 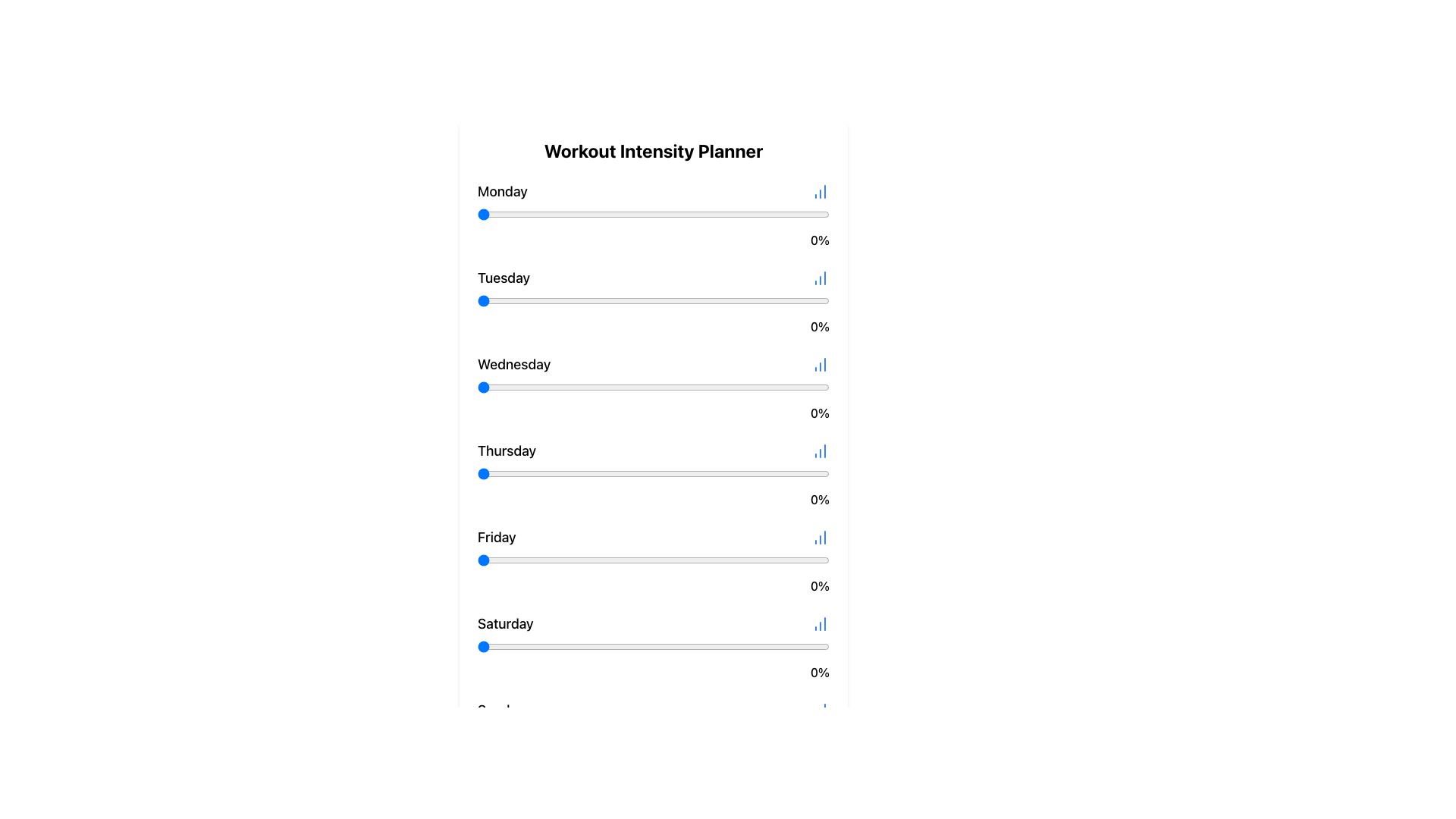 I want to click on the small, stylized blue column chart icon located to the right of the 'Saturday' text in the 'Workout Intensity Planner' interface, so click(x=819, y=623).